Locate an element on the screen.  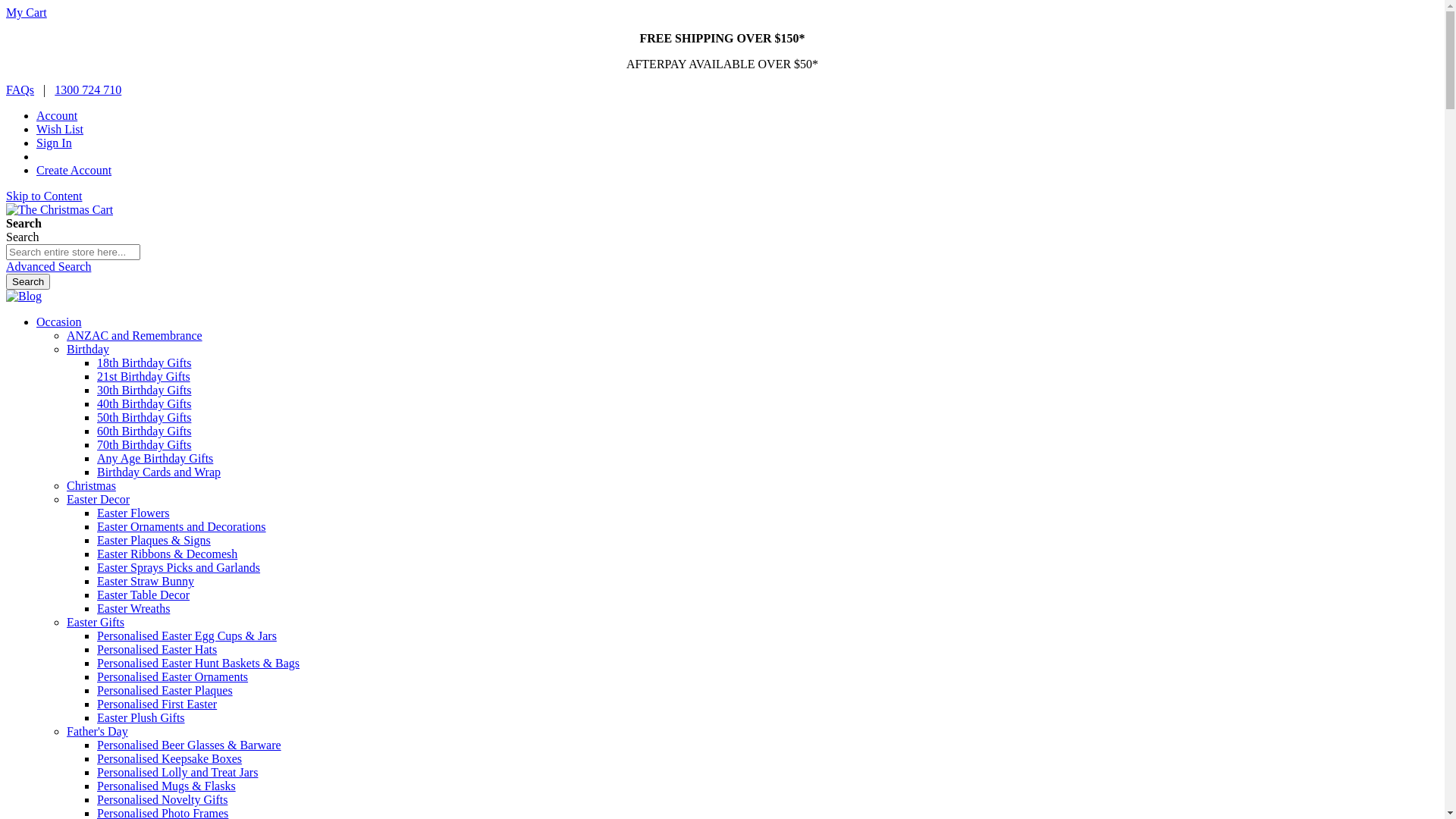
'Personalised Easter Hunt Baskets & Bags' is located at coordinates (197, 662).